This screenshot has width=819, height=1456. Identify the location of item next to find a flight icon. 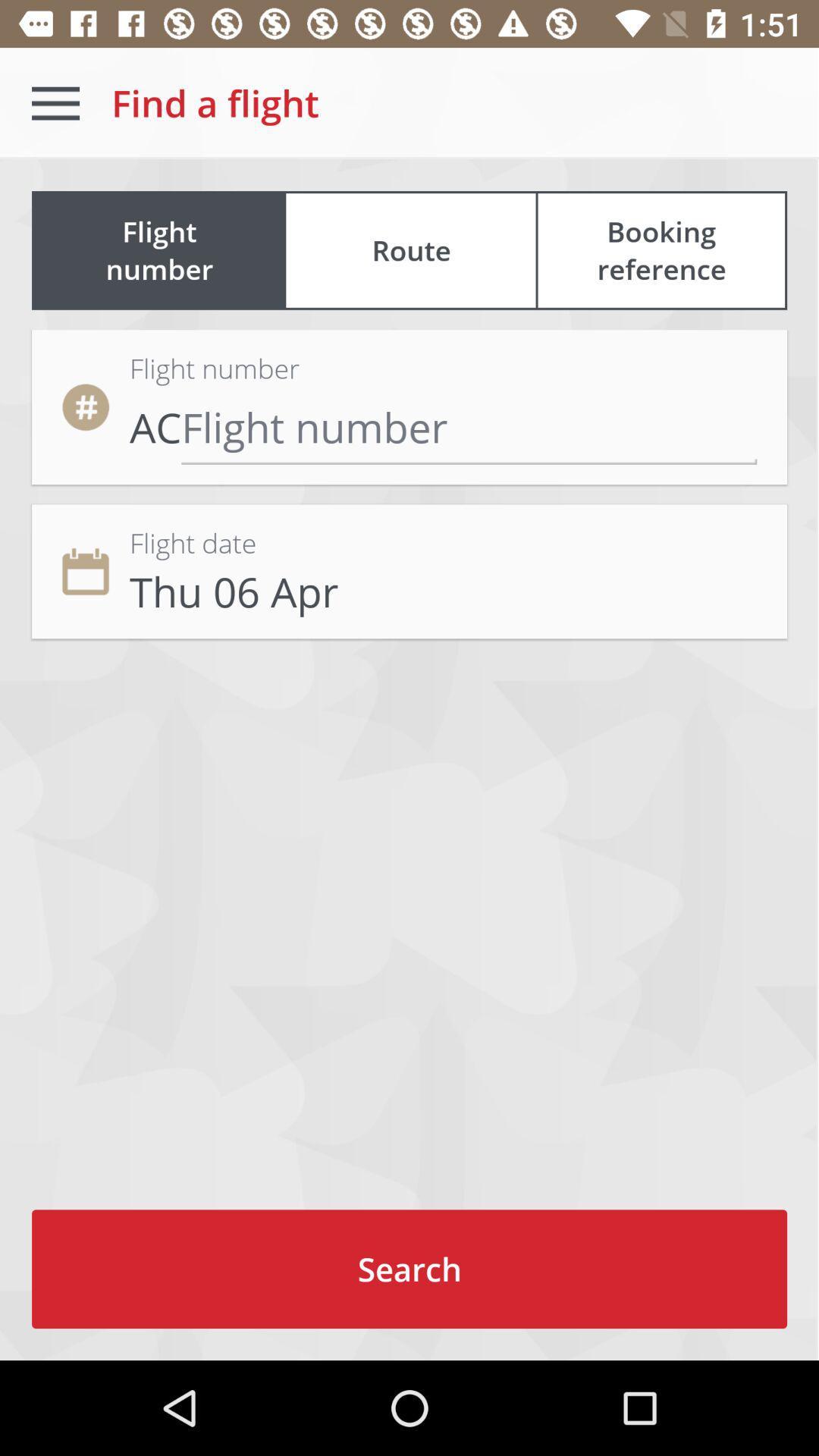
(55, 102).